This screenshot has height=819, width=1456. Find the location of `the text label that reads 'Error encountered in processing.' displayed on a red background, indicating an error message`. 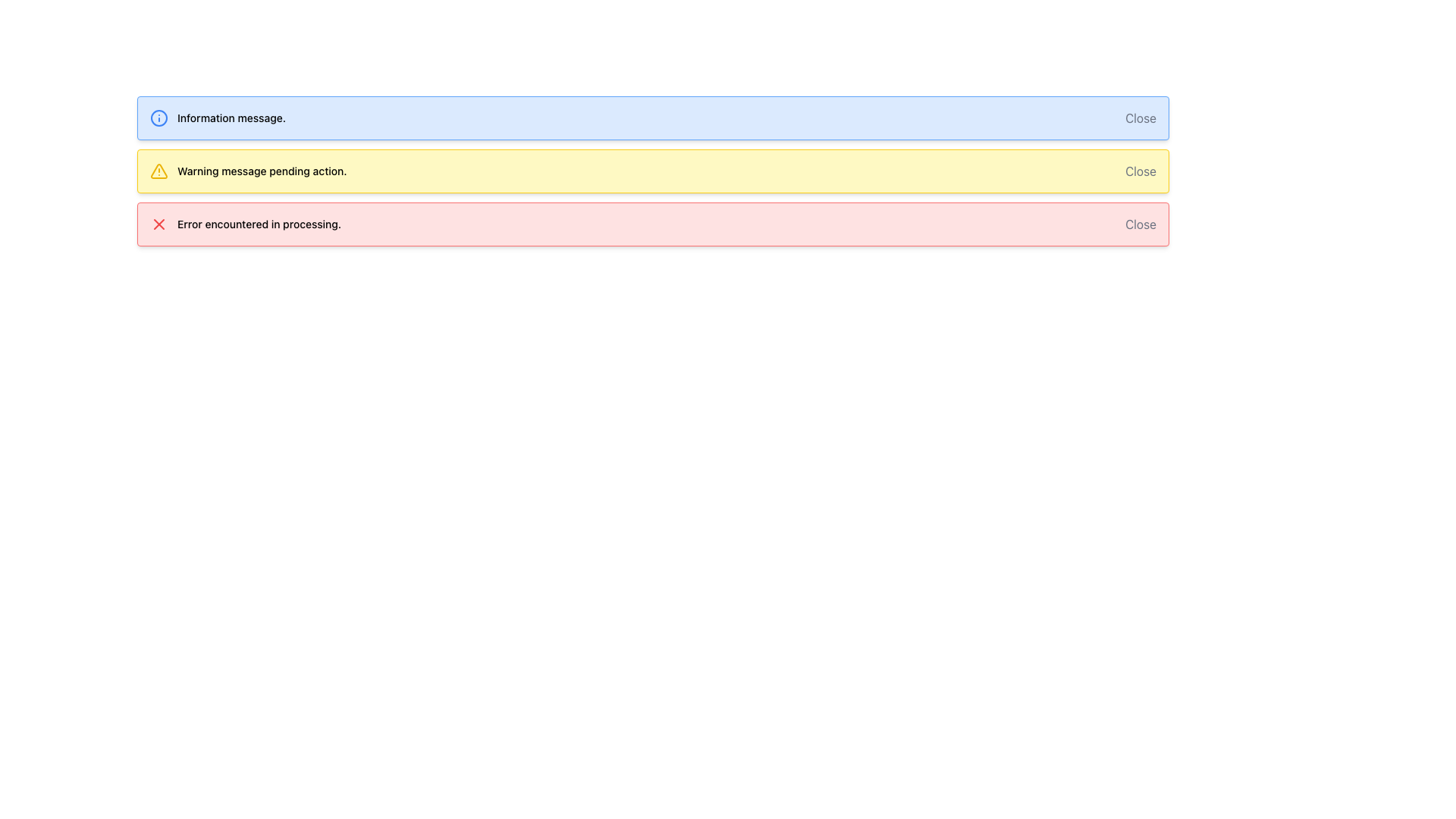

the text label that reads 'Error encountered in processing.' displayed on a red background, indicating an error message is located at coordinates (259, 224).